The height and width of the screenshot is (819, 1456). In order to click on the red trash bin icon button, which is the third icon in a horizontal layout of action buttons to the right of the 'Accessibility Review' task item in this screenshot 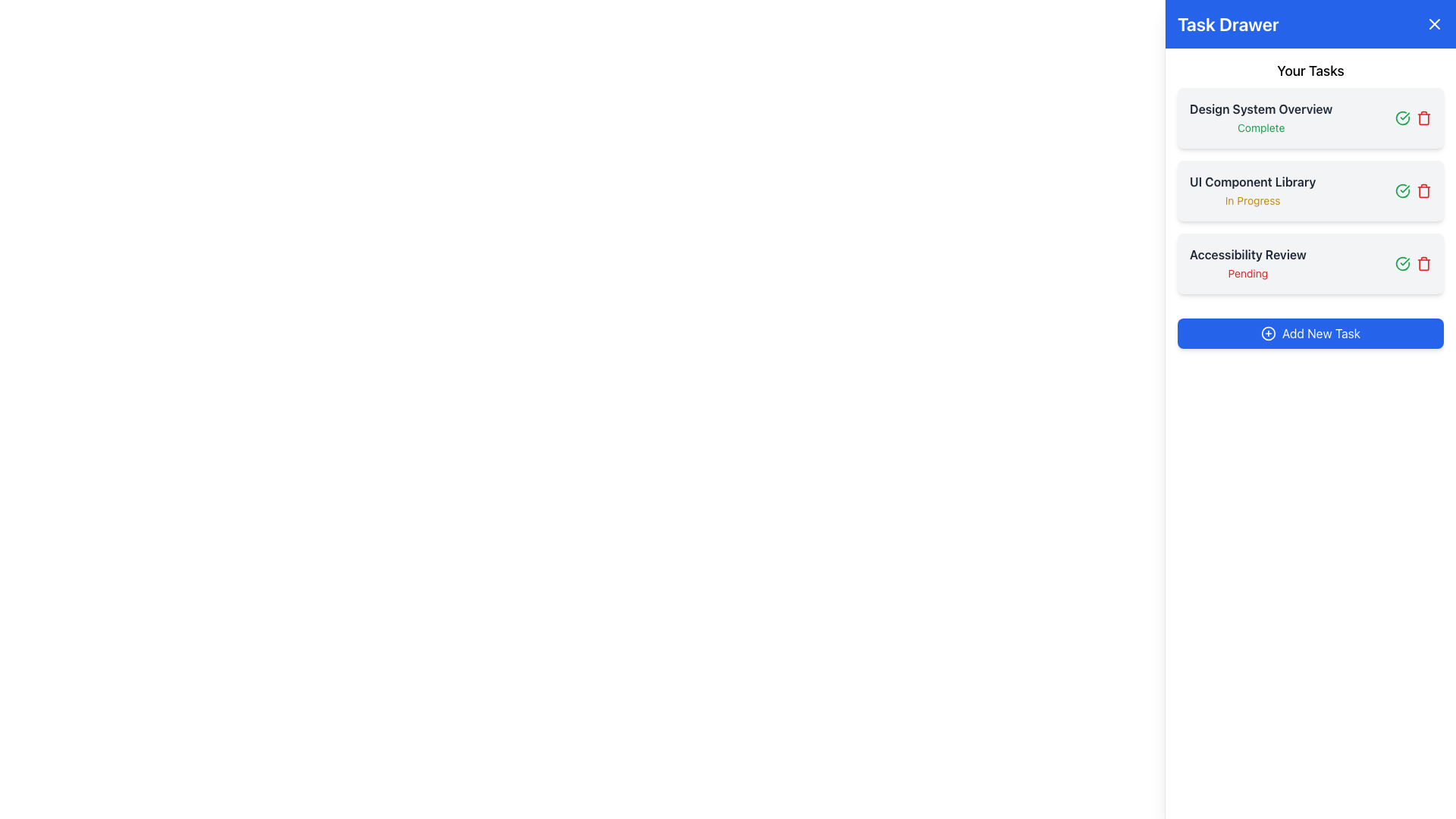, I will do `click(1423, 262)`.